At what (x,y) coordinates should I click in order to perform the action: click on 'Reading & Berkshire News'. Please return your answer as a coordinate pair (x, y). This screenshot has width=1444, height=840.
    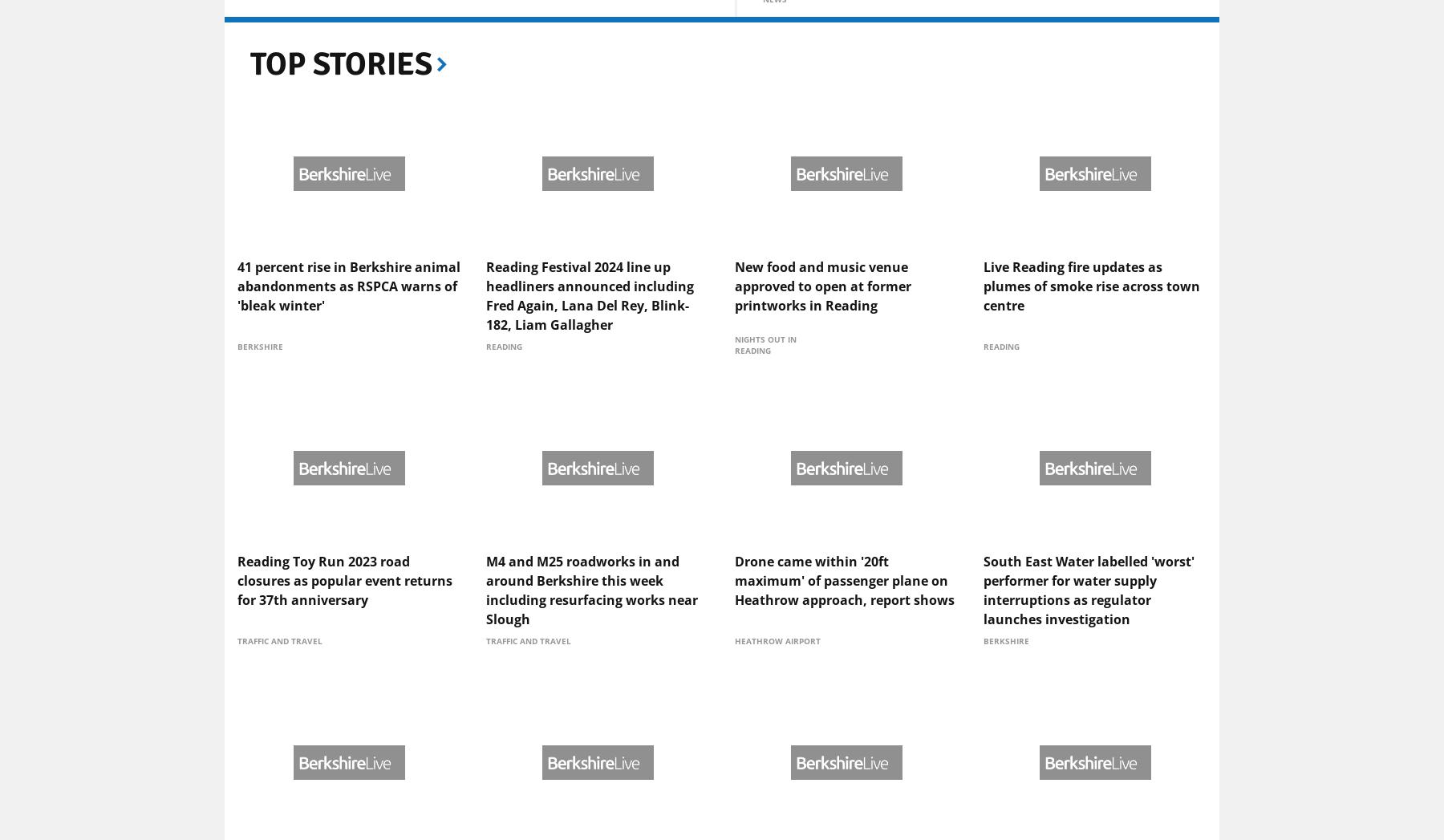
    Looking at the image, I should click on (785, 114).